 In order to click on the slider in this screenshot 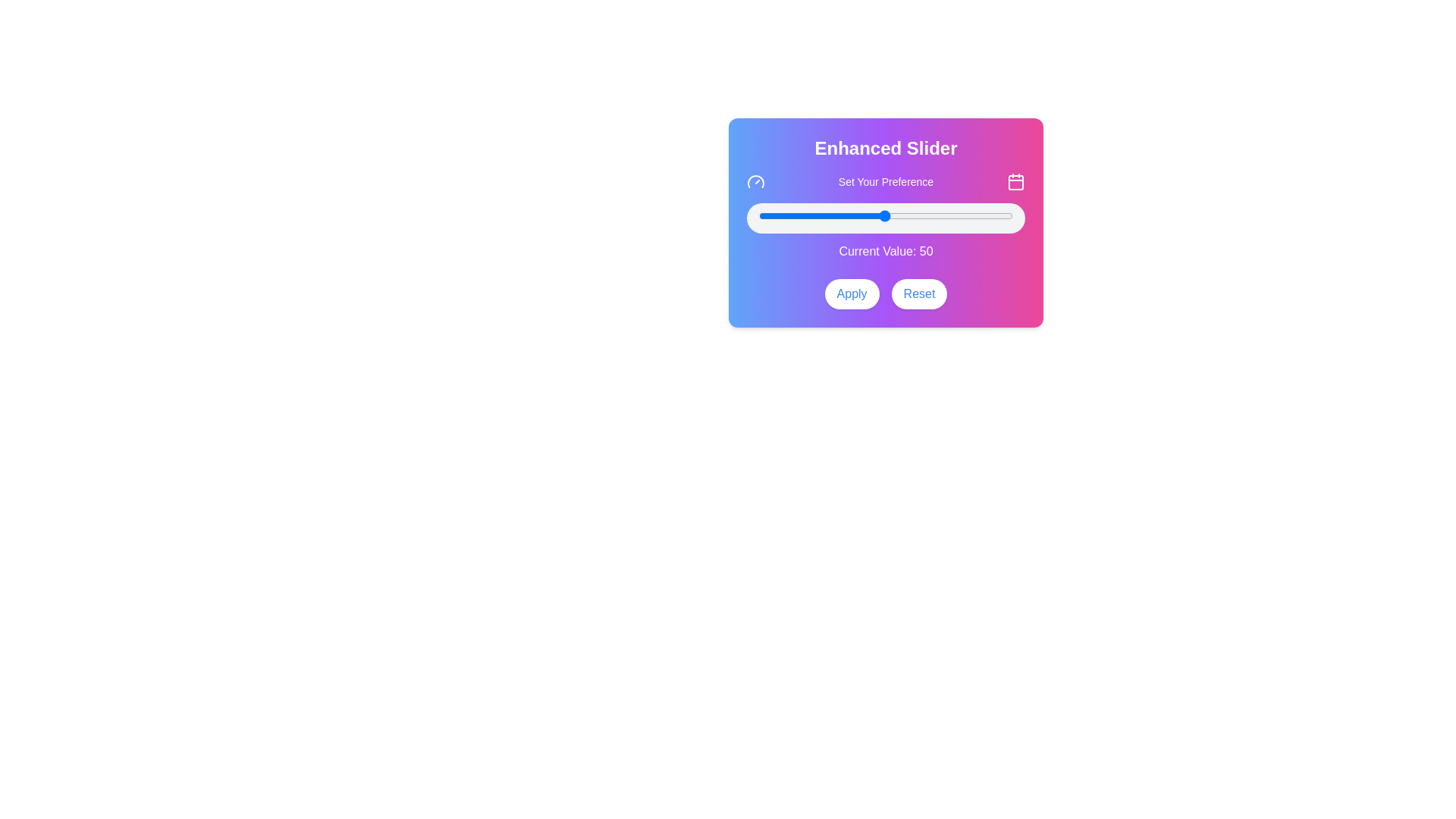, I will do `click(933, 216)`.